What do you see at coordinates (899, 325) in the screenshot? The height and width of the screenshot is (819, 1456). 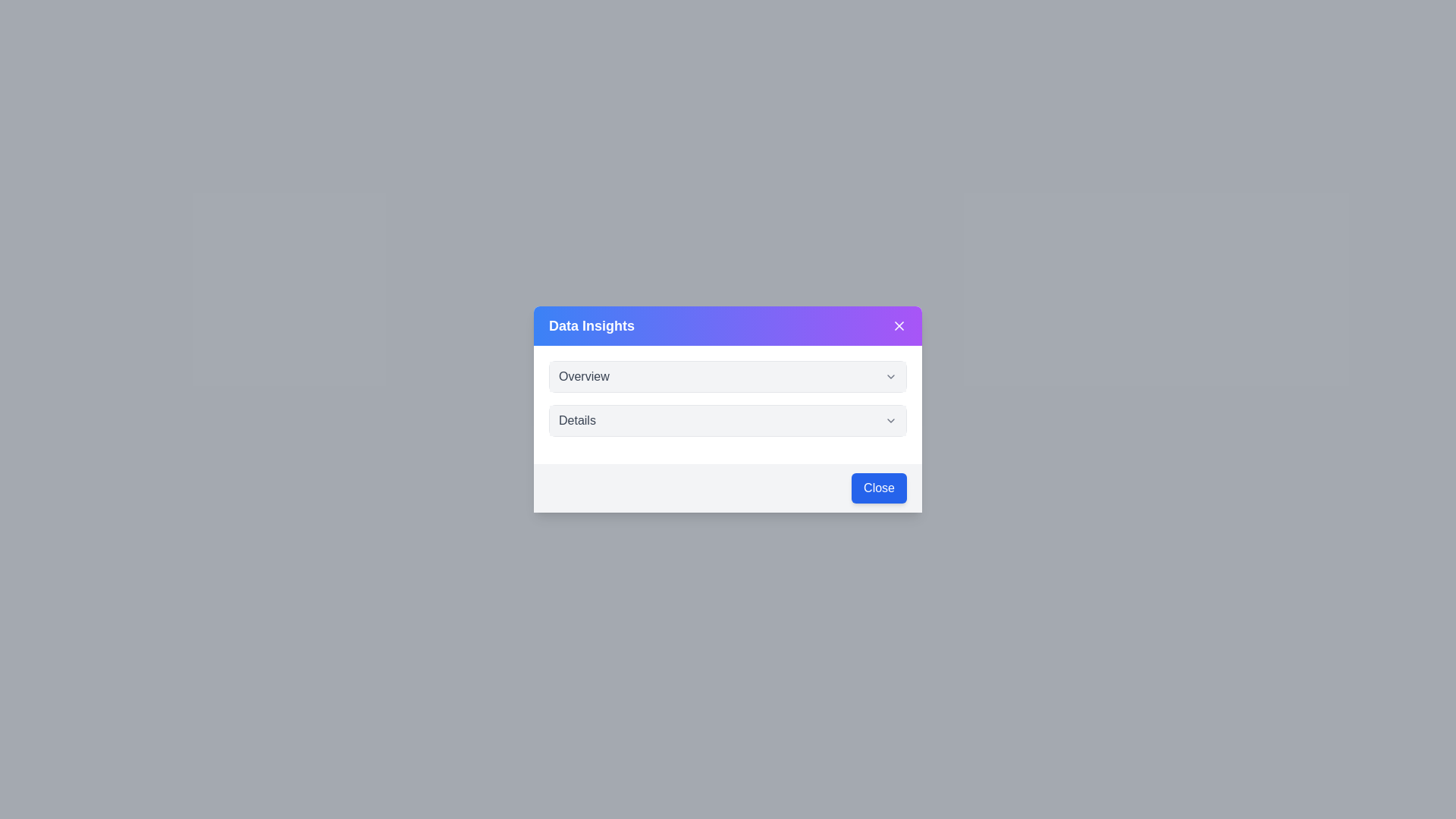 I see `the X button in the top-right corner of the dialog to close it` at bounding box center [899, 325].